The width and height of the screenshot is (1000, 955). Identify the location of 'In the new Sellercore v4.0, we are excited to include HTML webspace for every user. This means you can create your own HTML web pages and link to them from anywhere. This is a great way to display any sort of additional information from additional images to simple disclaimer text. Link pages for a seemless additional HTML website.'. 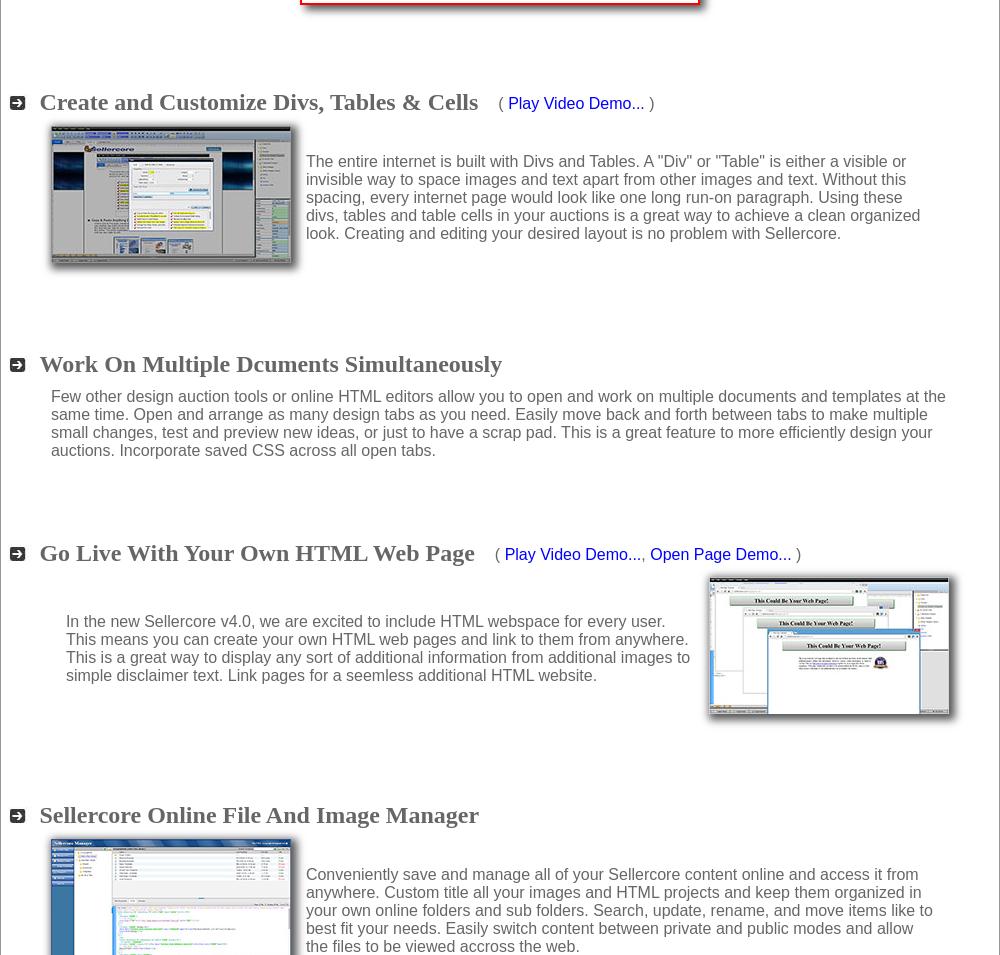
(377, 647).